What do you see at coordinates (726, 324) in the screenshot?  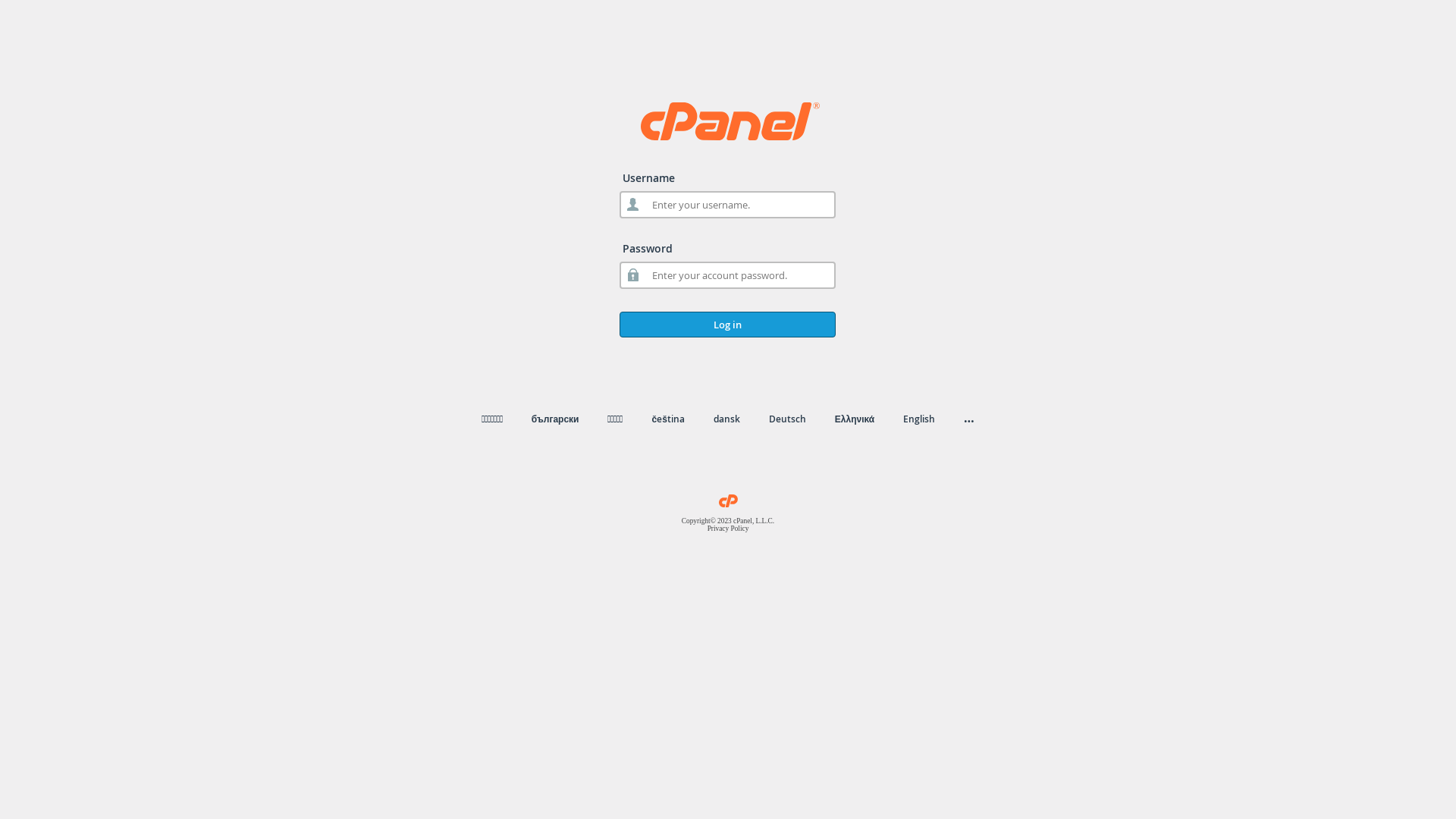 I see `'Log in'` at bounding box center [726, 324].